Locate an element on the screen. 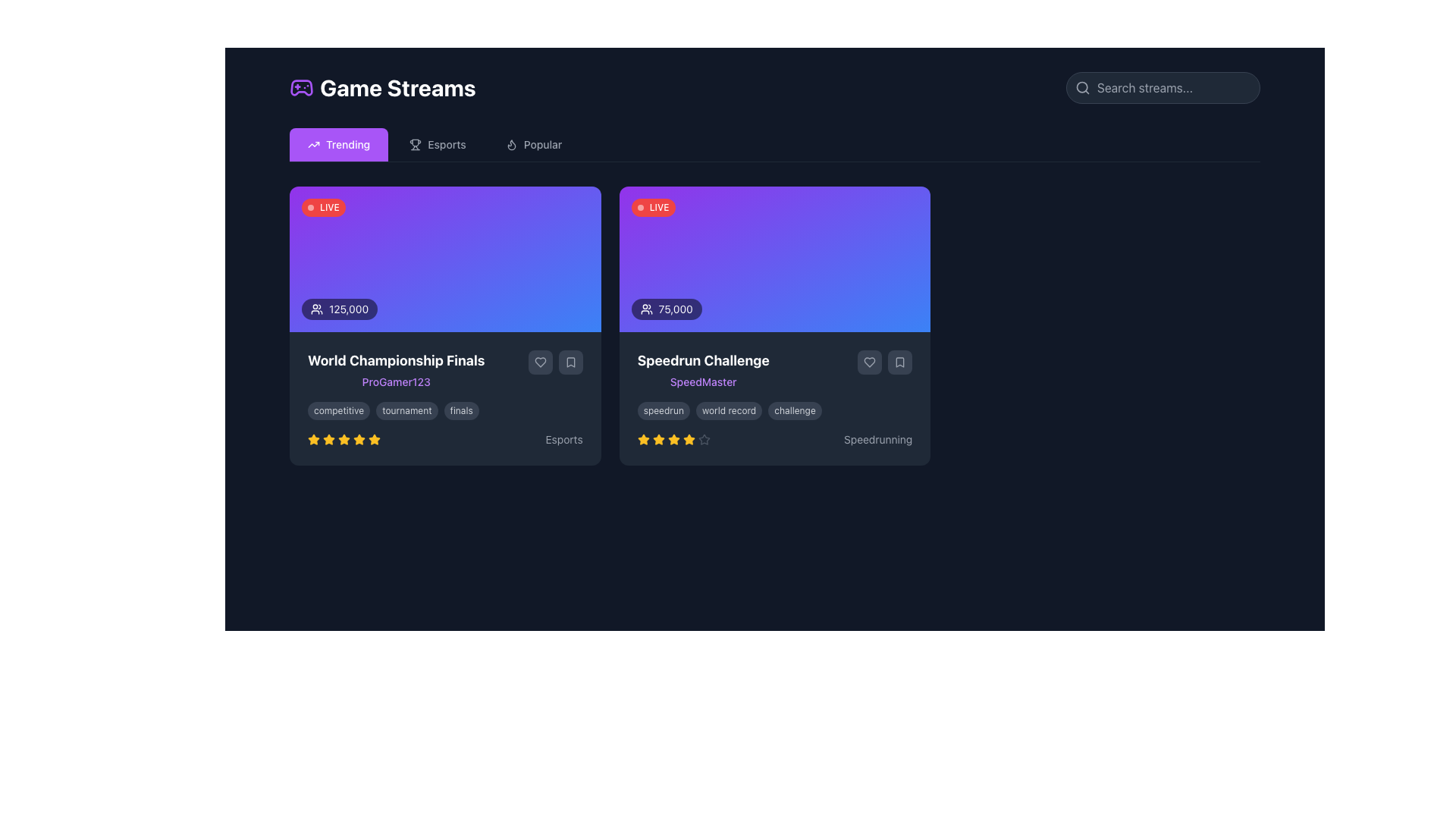 The width and height of the screenshot is (1456, 819). the text of the tag group containing 'speedrun', 'world record', and 'challenge' located at the bottom-middle part of the 'Speedrun Challenge' card by 'SpeedMaster' is located at coordinates (775, 411).